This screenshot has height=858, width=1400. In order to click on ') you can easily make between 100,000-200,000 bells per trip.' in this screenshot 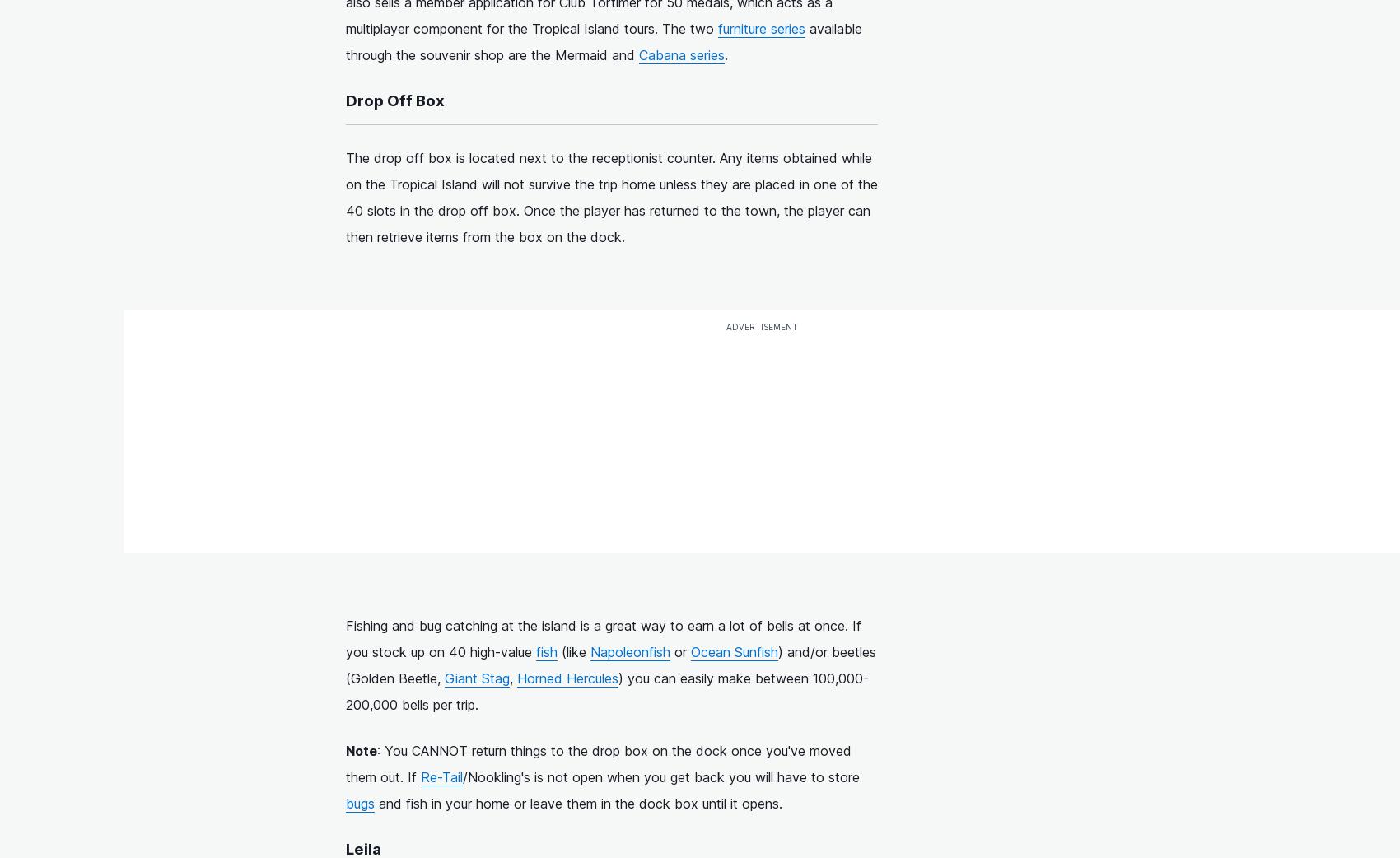, I will do `click(345, 691)`.